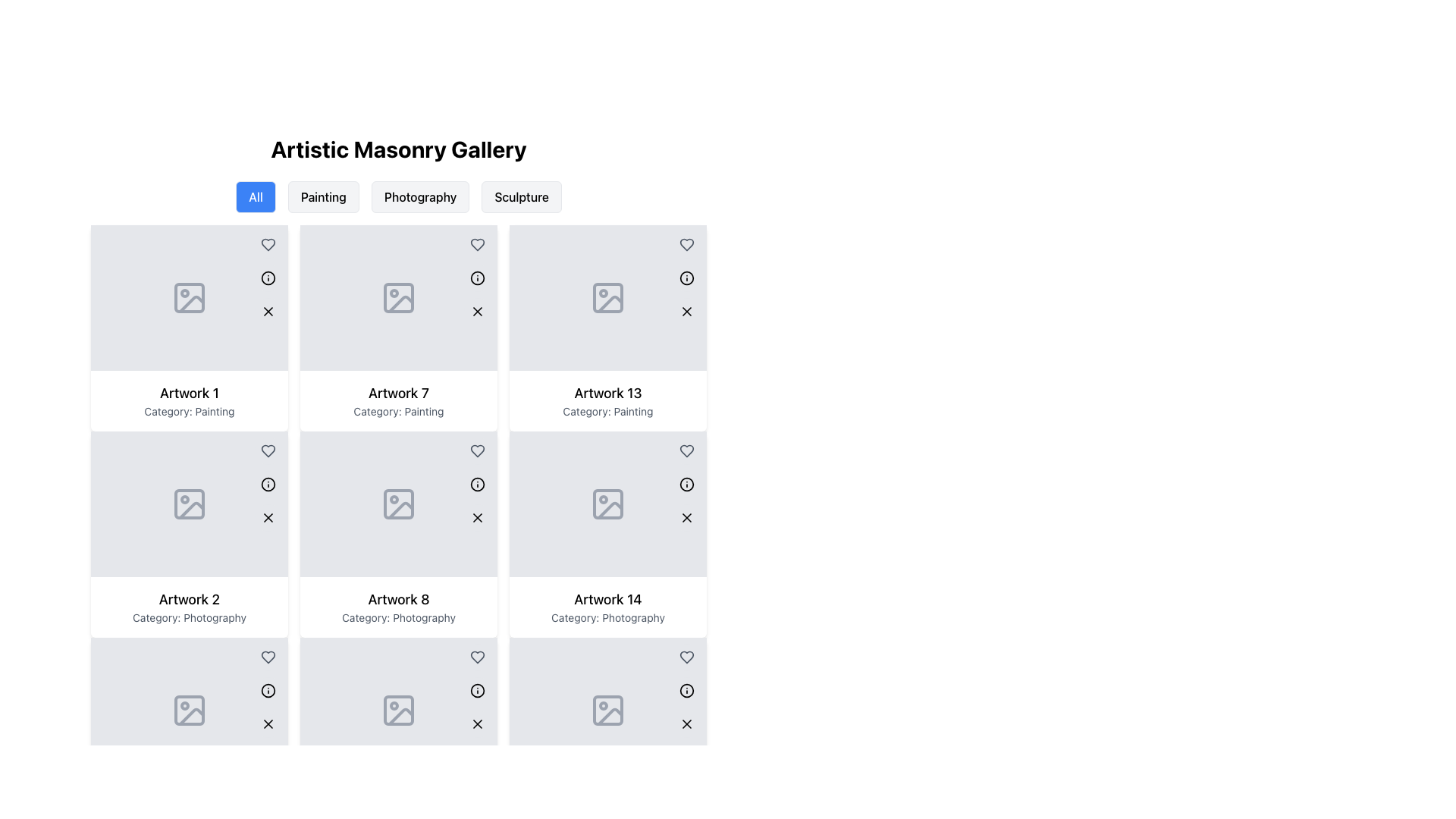 The height and width of the screenshot is (819, 1456). I want to click on the heart icon located at the top-right corner of the card labeled 'Artwork 7', so click(476, 244).